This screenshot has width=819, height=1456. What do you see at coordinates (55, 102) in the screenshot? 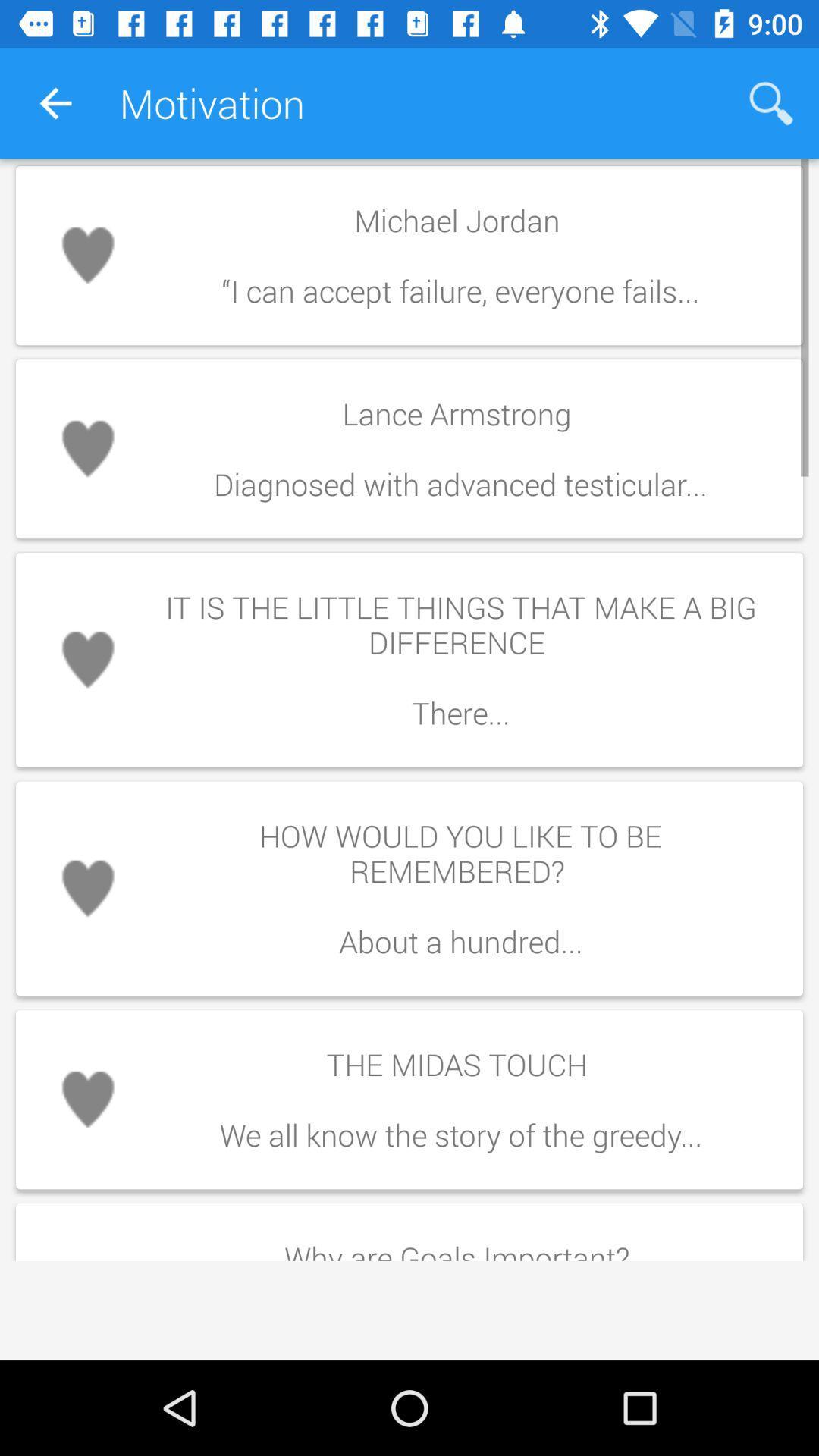
I see `app to the left of the motivation icon` at bounding box center [55, 102].